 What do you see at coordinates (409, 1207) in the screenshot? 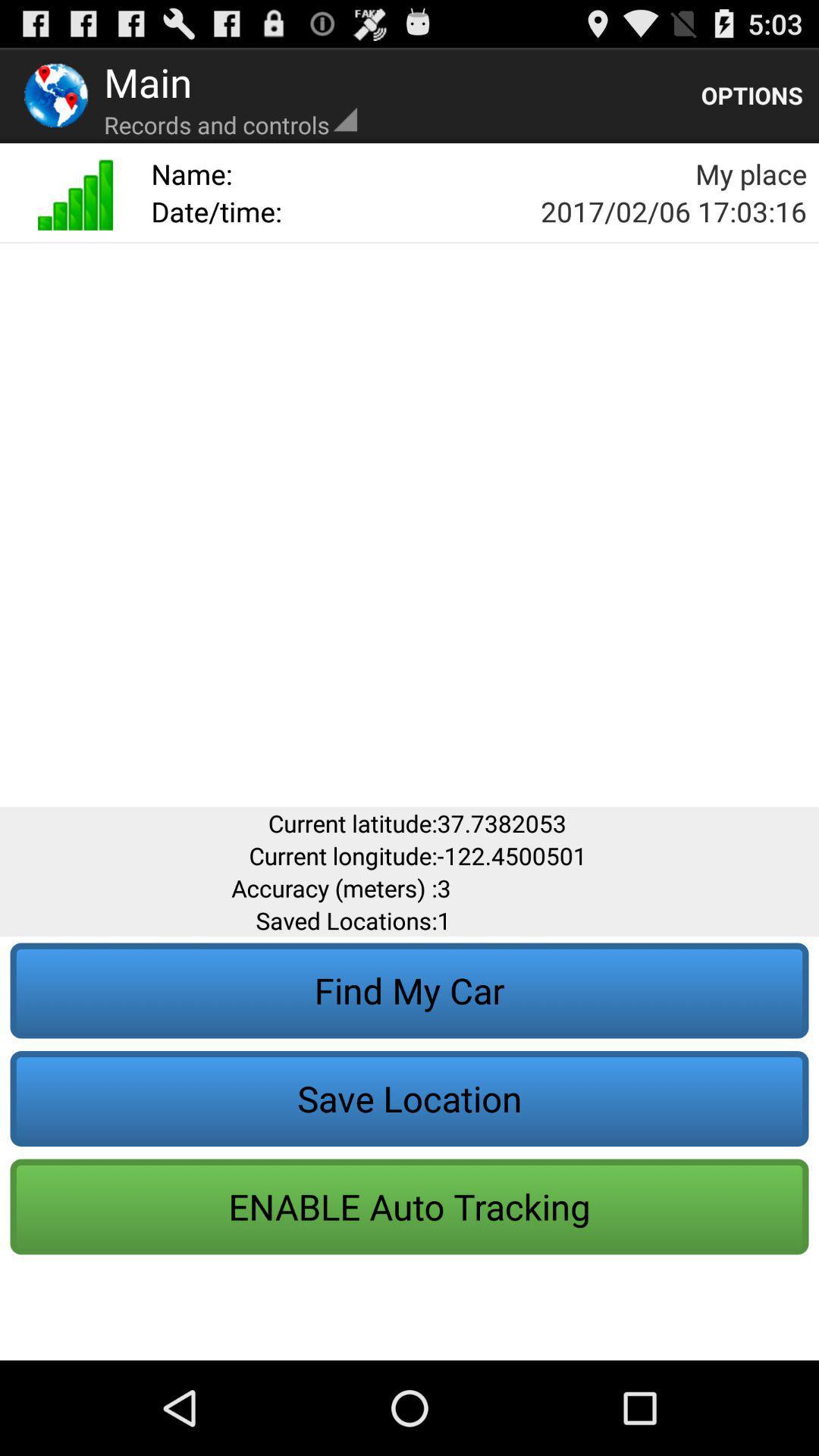
I see `the button below save location` at bounding box center [409, 1207].